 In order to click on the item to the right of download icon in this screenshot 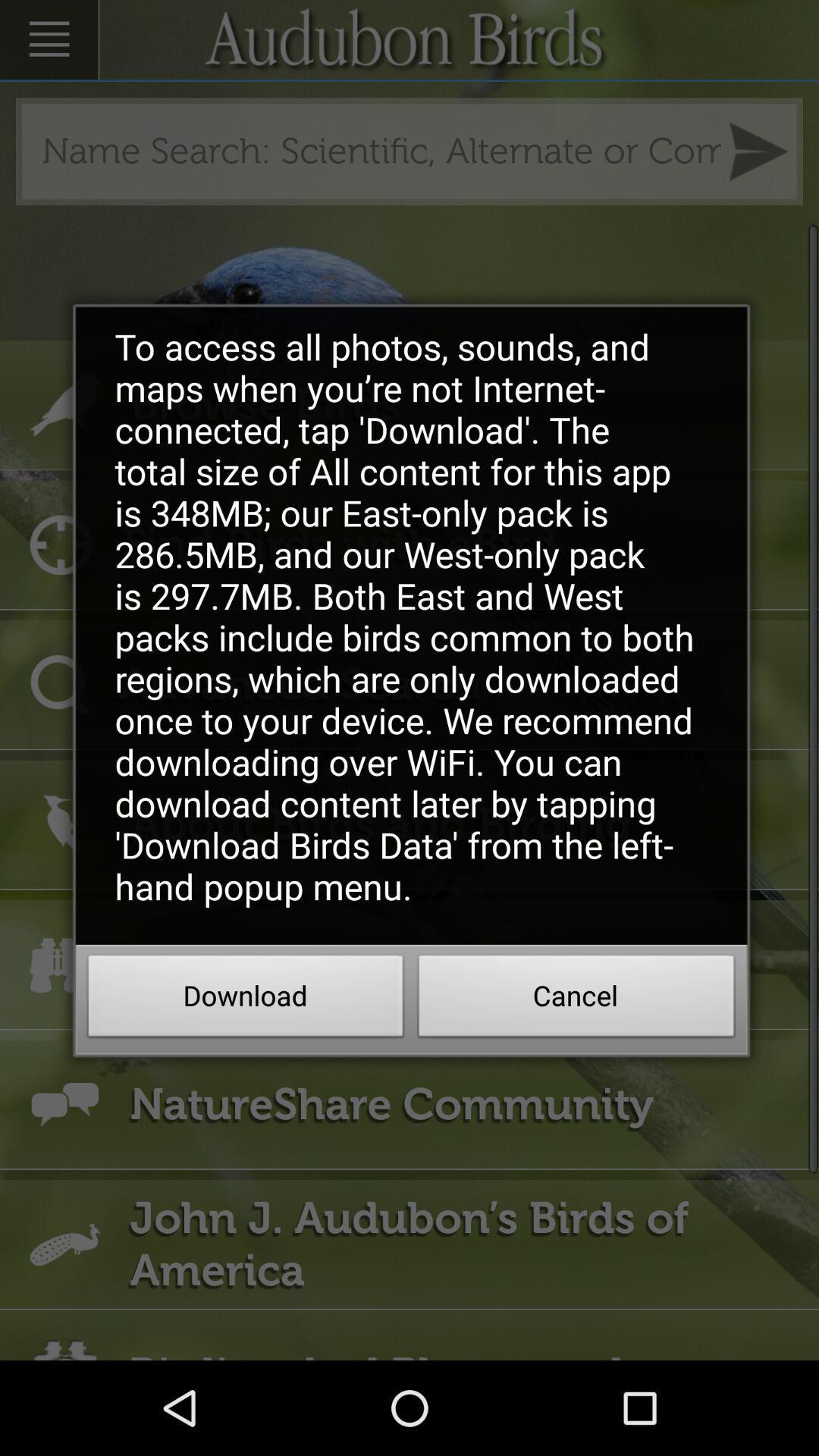, I will do `click(576, 1000)`.